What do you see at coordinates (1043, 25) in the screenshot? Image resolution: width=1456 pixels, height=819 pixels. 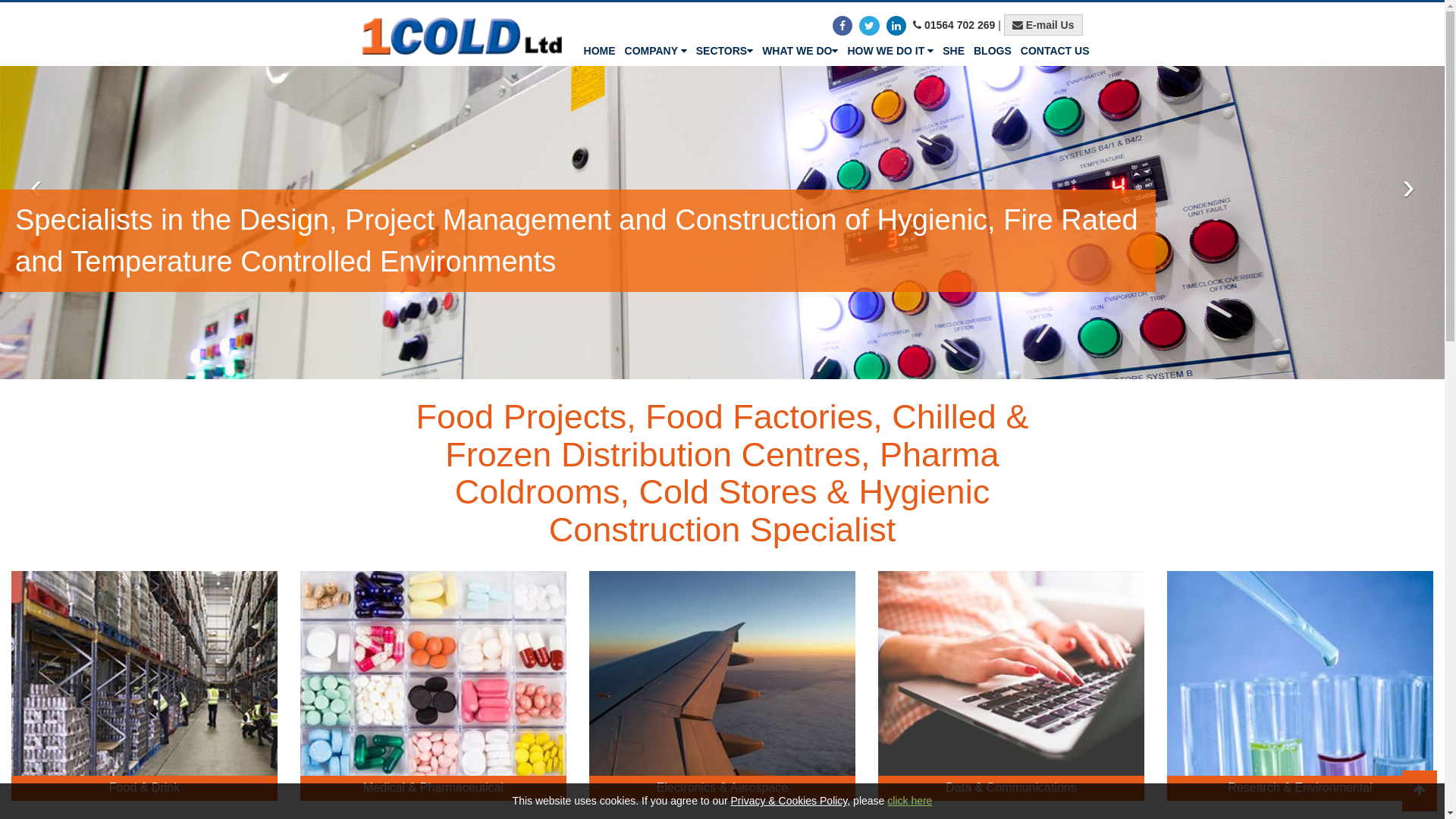 I see `'E-mail Us'` at bounding box center [1043, 25].